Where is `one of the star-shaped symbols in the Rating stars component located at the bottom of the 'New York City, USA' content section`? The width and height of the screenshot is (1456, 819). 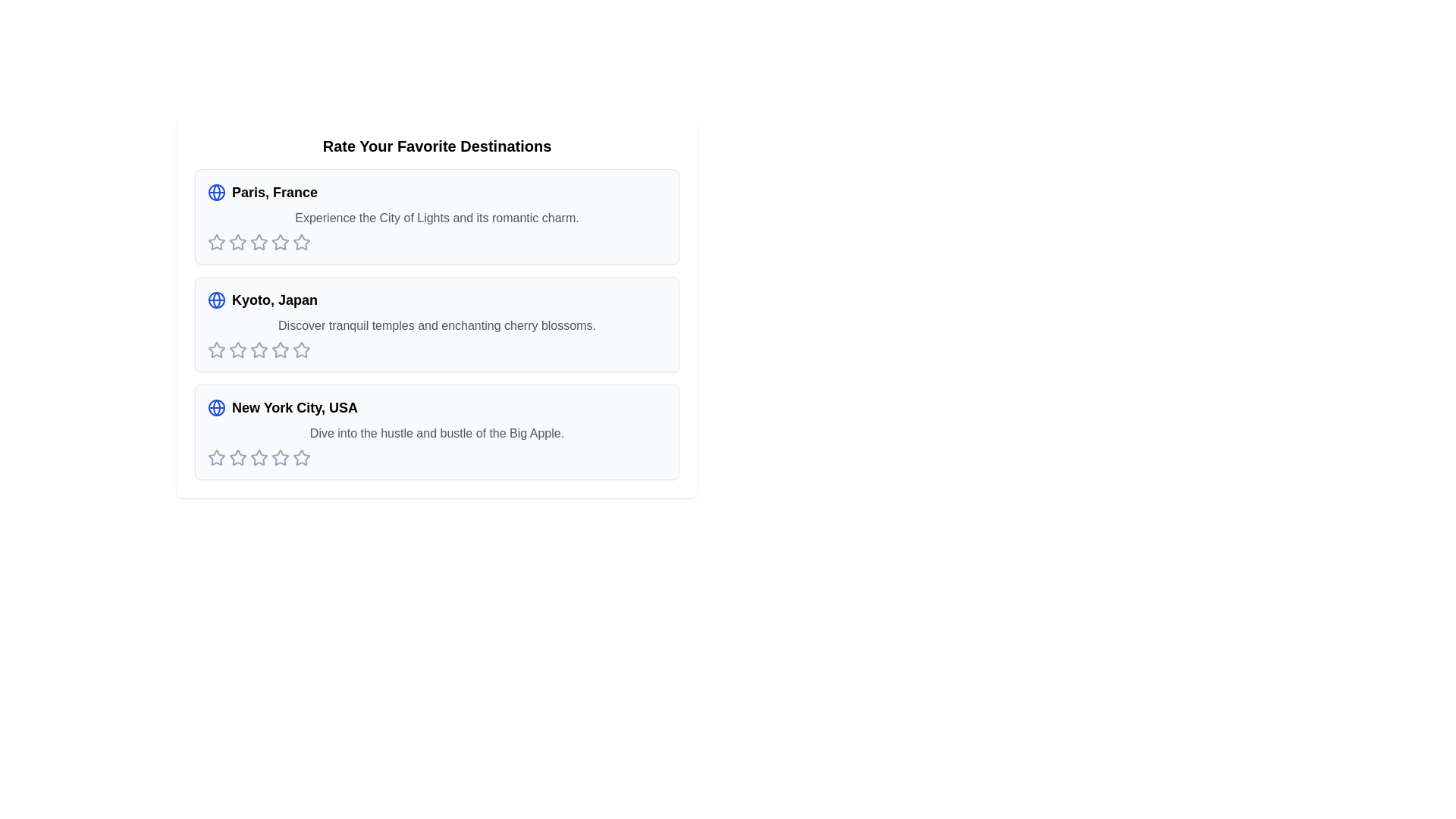
one of the star-shaped symbols in the Rating stars component located at the bottom of the 'New York City, USA' content section is located at coordinates (436, 457).